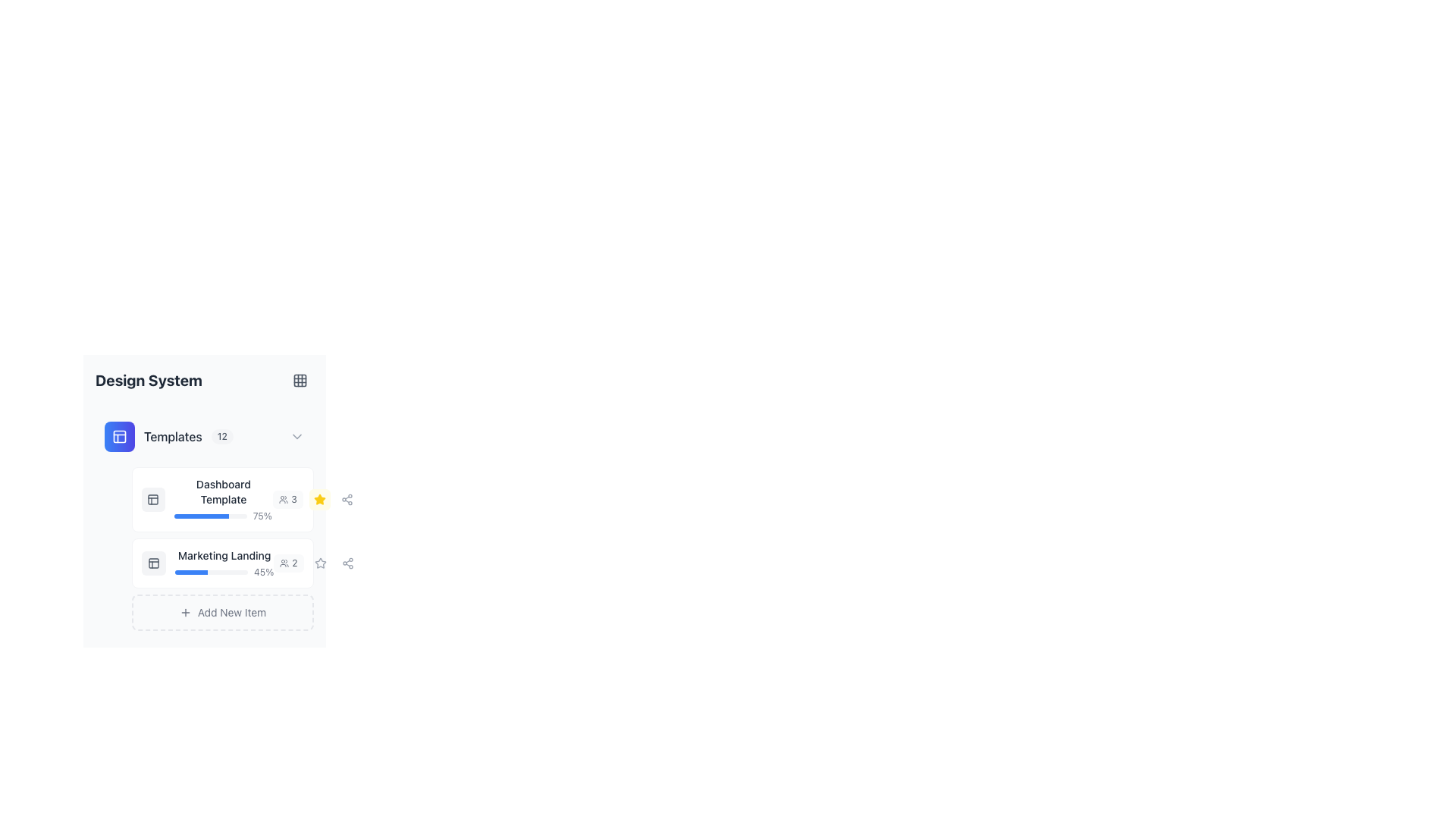 Image resolution: width=1456 pixels, height=819 pixels. Describe the element at coordinates (153, 500) in the screenshot. I see `the SVG icon resembling a window, which is embedded in a rounded rectangular button located near the top-left corner of the template details subpanel` at that location.